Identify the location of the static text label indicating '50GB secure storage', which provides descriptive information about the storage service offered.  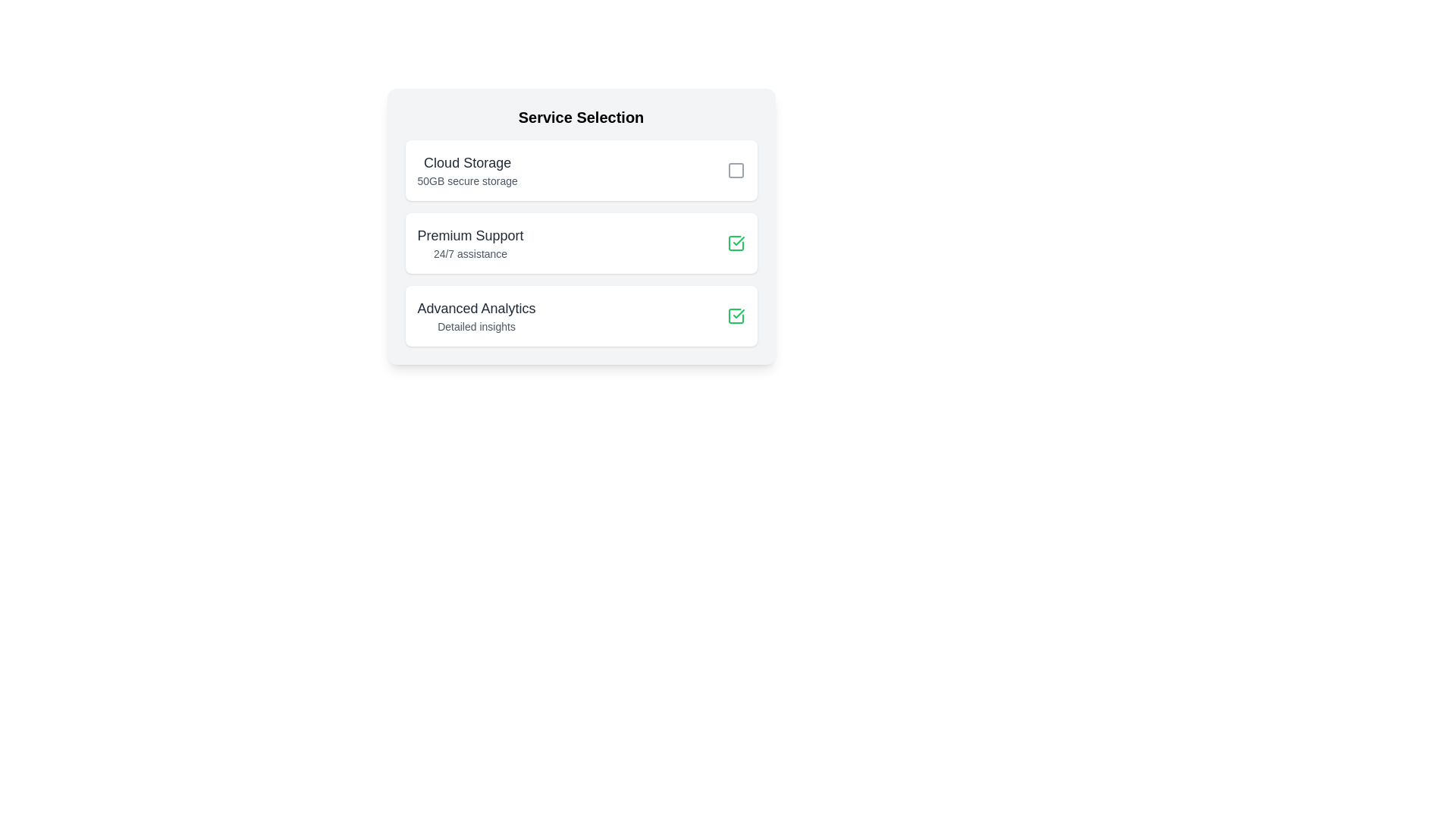
(466, 180).